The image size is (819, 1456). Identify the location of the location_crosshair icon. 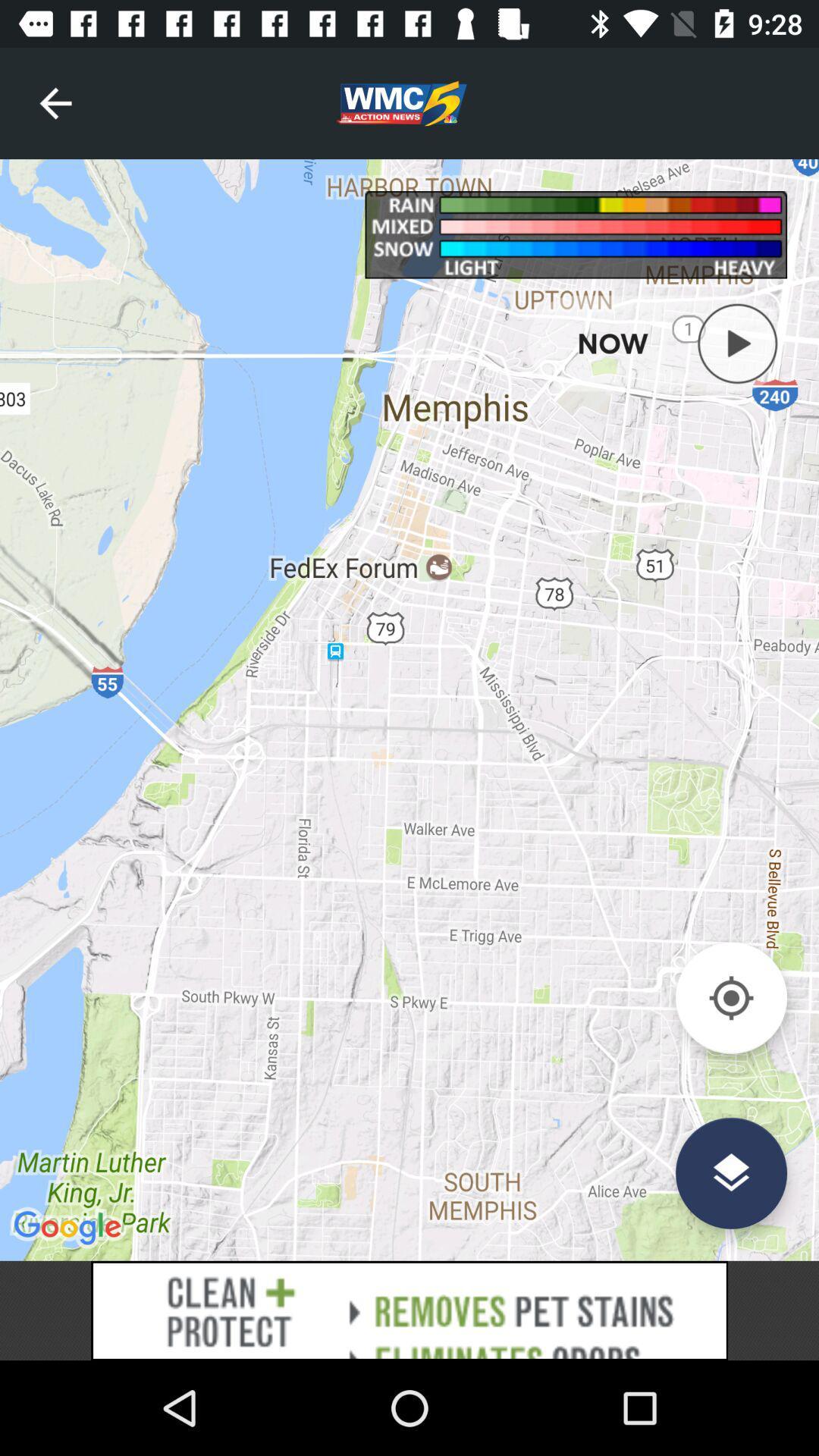
(730, 998).